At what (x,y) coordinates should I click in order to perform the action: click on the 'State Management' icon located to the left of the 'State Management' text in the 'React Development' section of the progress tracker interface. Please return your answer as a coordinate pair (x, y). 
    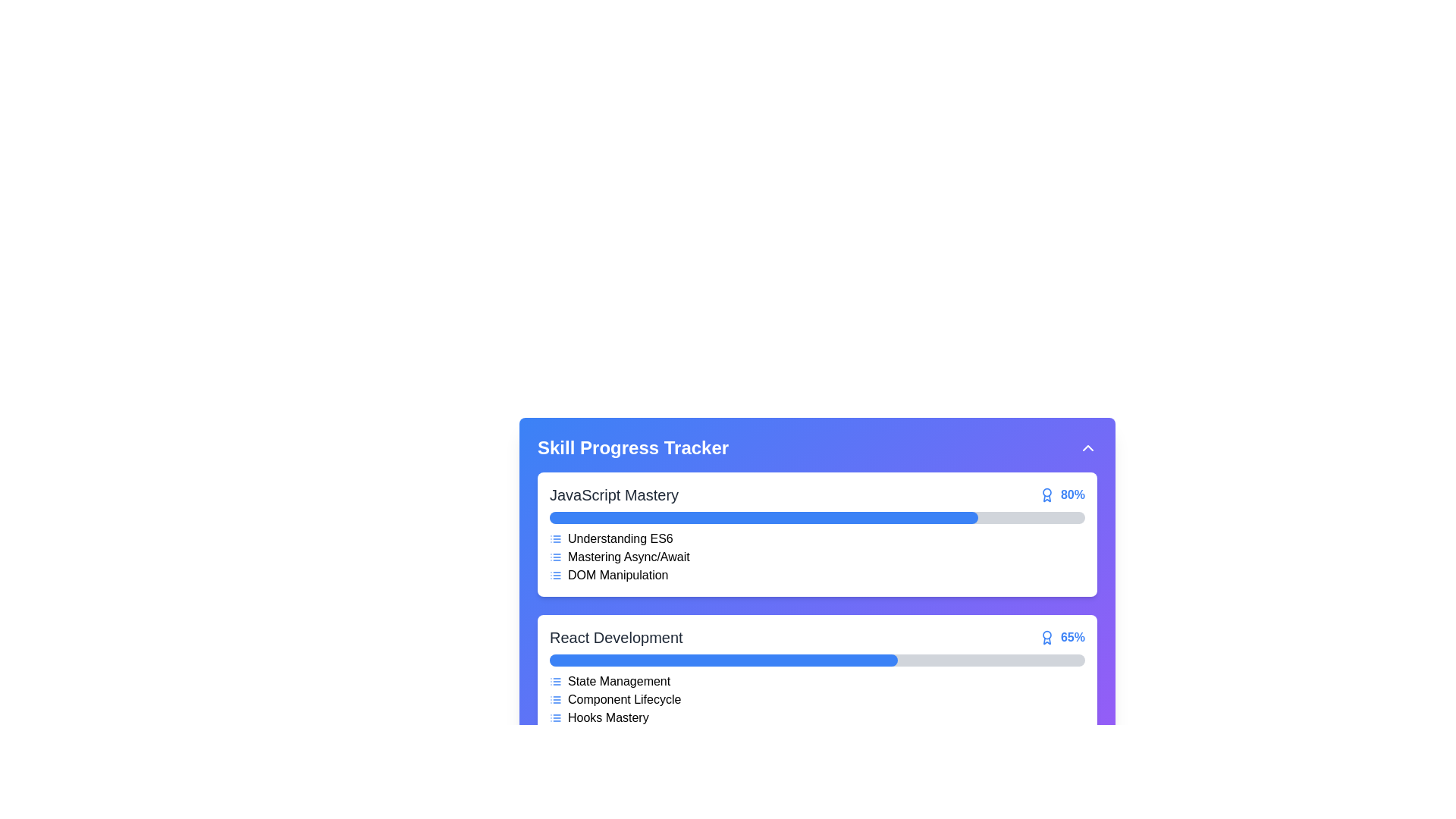
    Looking at the image, I should click on (555, 680).